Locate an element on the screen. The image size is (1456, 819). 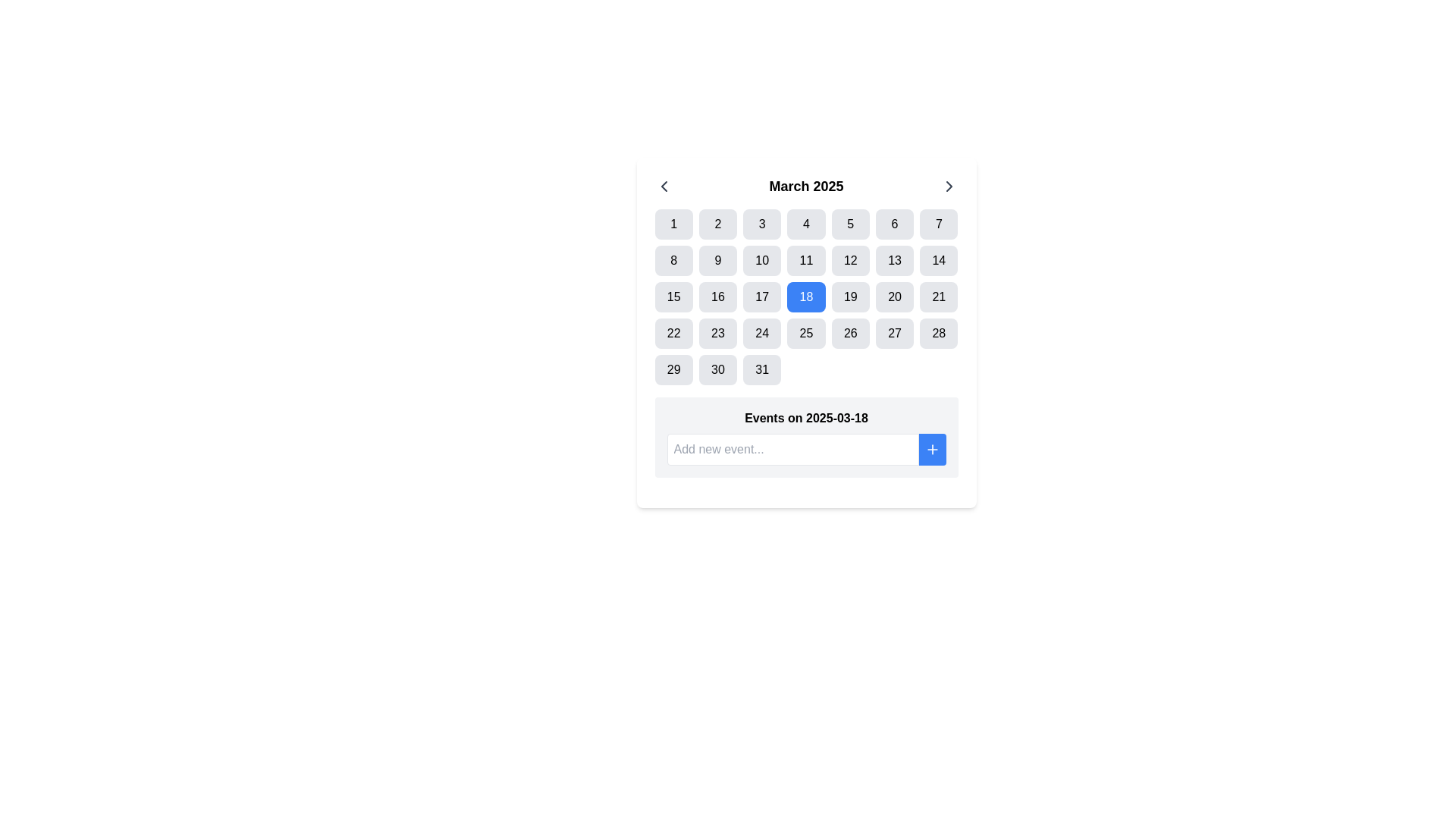
the date selection button for the 10th day of the month in the calendar interface using keyboard navigation is located at coordinates (762, 259).